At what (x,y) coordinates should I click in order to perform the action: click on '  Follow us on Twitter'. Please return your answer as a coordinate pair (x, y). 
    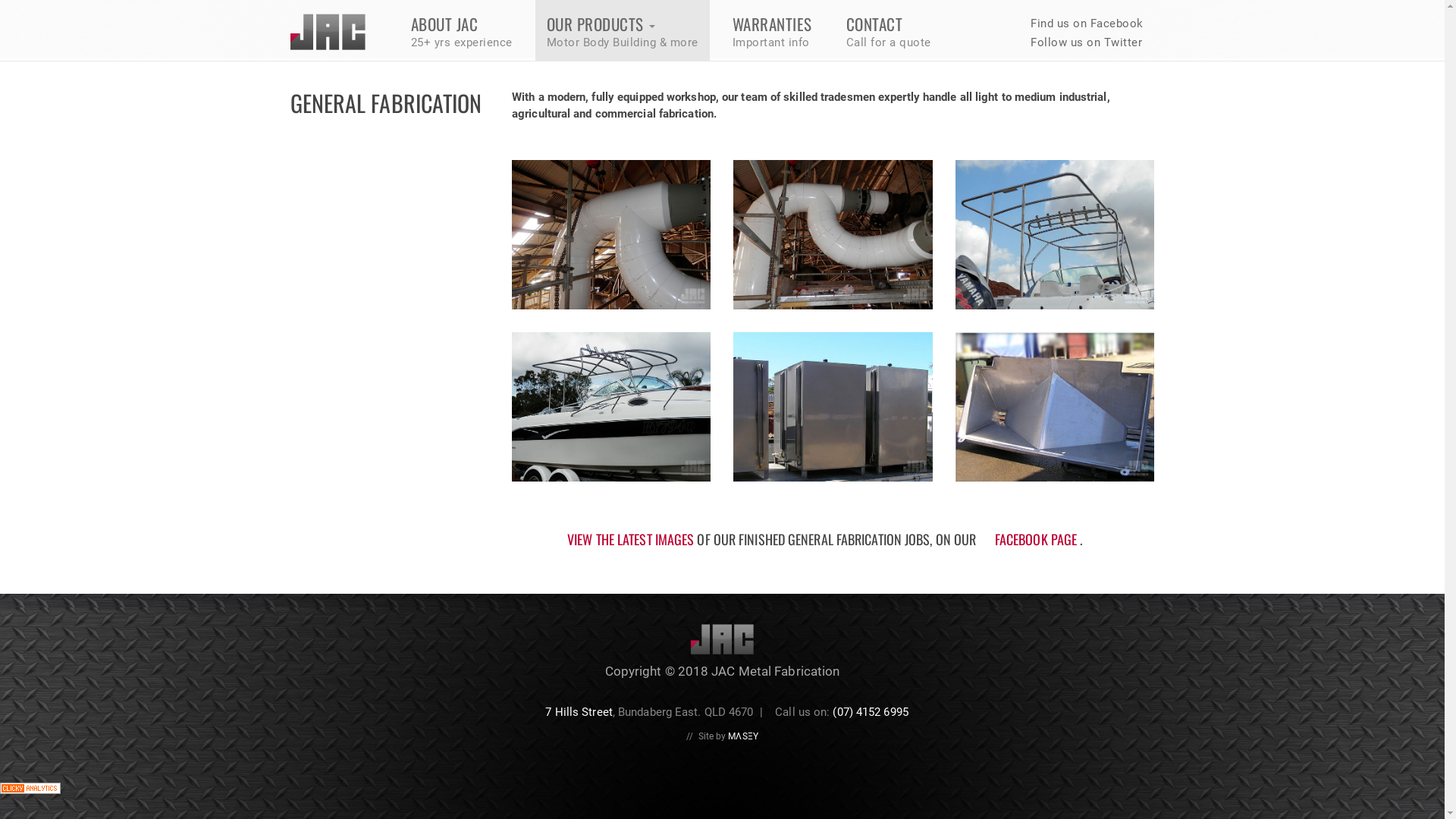
    Looking at the image, I should click on (1083, 42).